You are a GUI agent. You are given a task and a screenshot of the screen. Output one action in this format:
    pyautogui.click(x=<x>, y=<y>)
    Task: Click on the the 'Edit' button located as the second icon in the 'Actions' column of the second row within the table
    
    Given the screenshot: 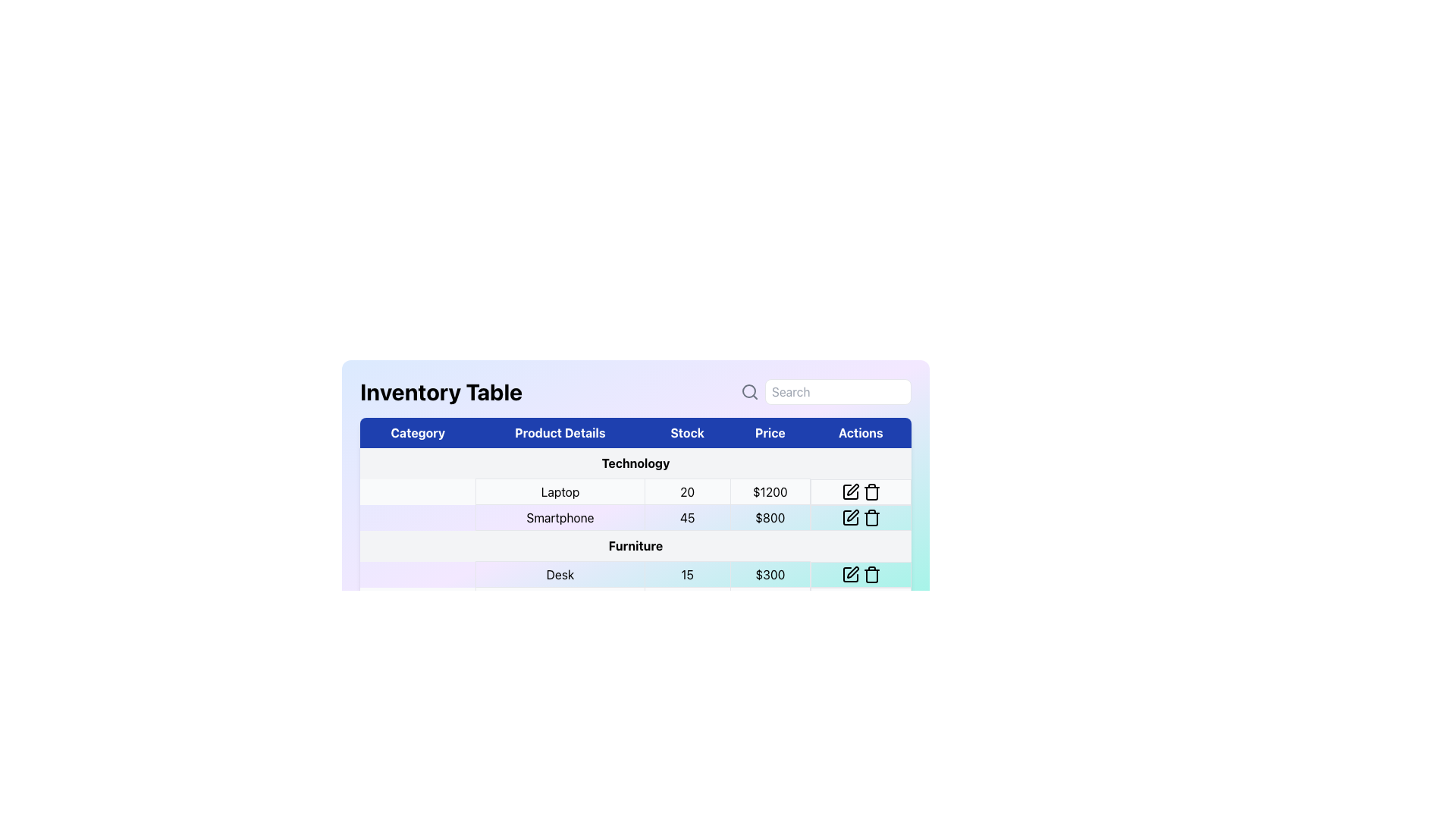 What is the action you would take?
    pyautogui.click(x=852, y=488)
    